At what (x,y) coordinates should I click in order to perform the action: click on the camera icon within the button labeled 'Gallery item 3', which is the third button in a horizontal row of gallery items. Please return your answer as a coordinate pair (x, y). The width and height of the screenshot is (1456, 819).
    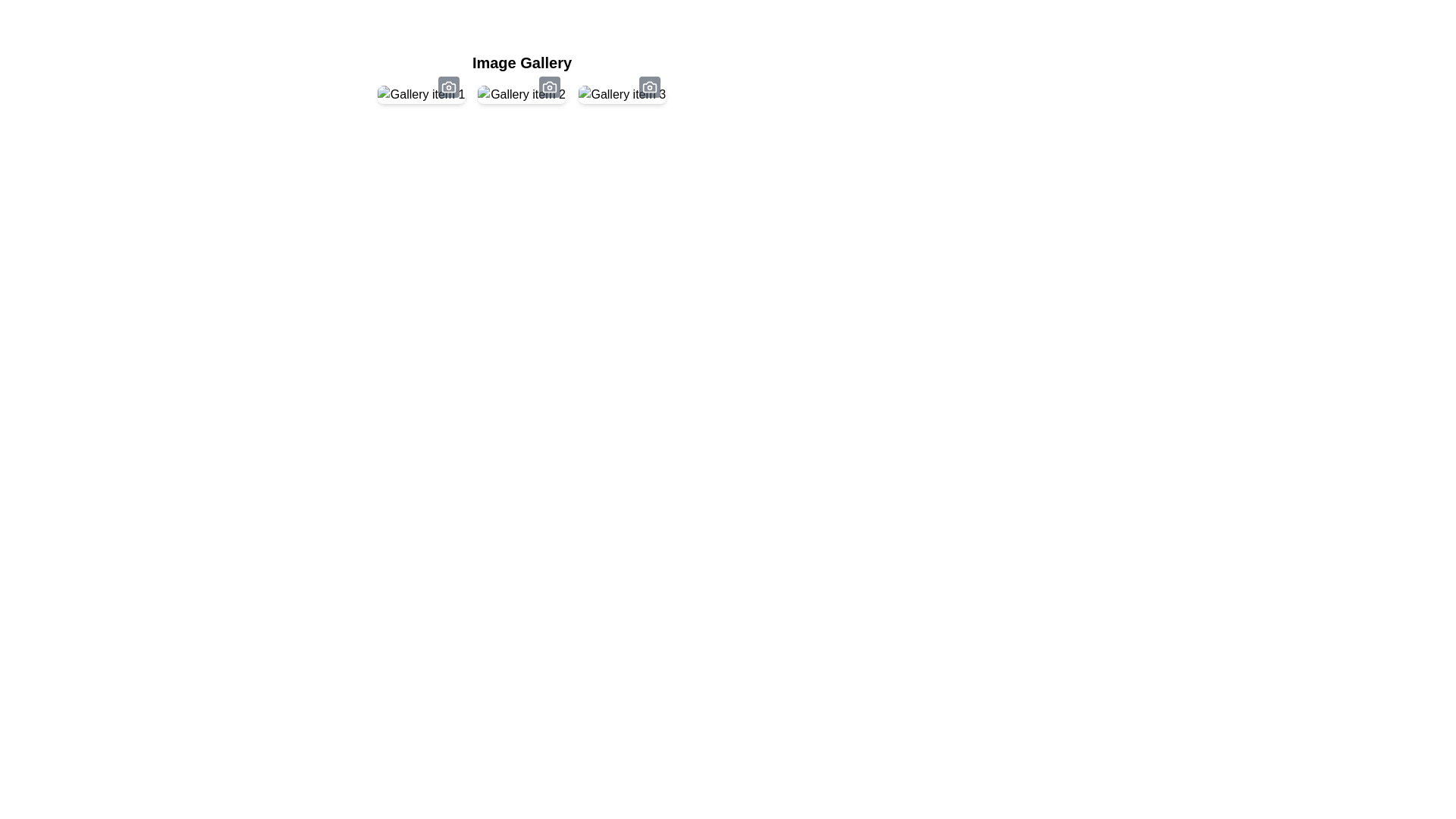
    Looking at the image, I should click on (650, 87).